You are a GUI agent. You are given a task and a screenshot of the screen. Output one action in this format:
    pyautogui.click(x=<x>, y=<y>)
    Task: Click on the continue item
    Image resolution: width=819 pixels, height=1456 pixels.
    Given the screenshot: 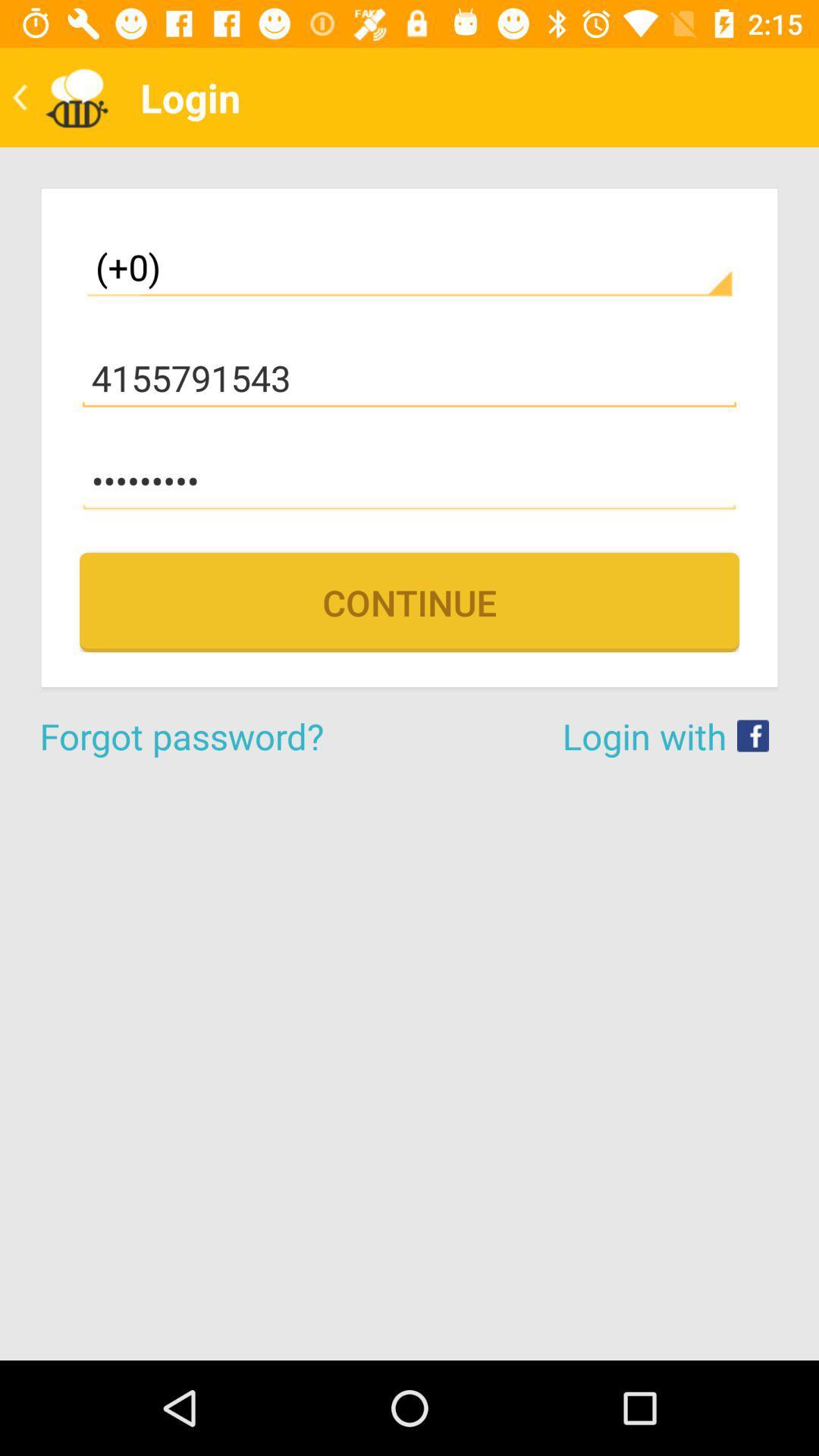 What is the action you would take?
    pyautogui.click(x=409, y=601)
    